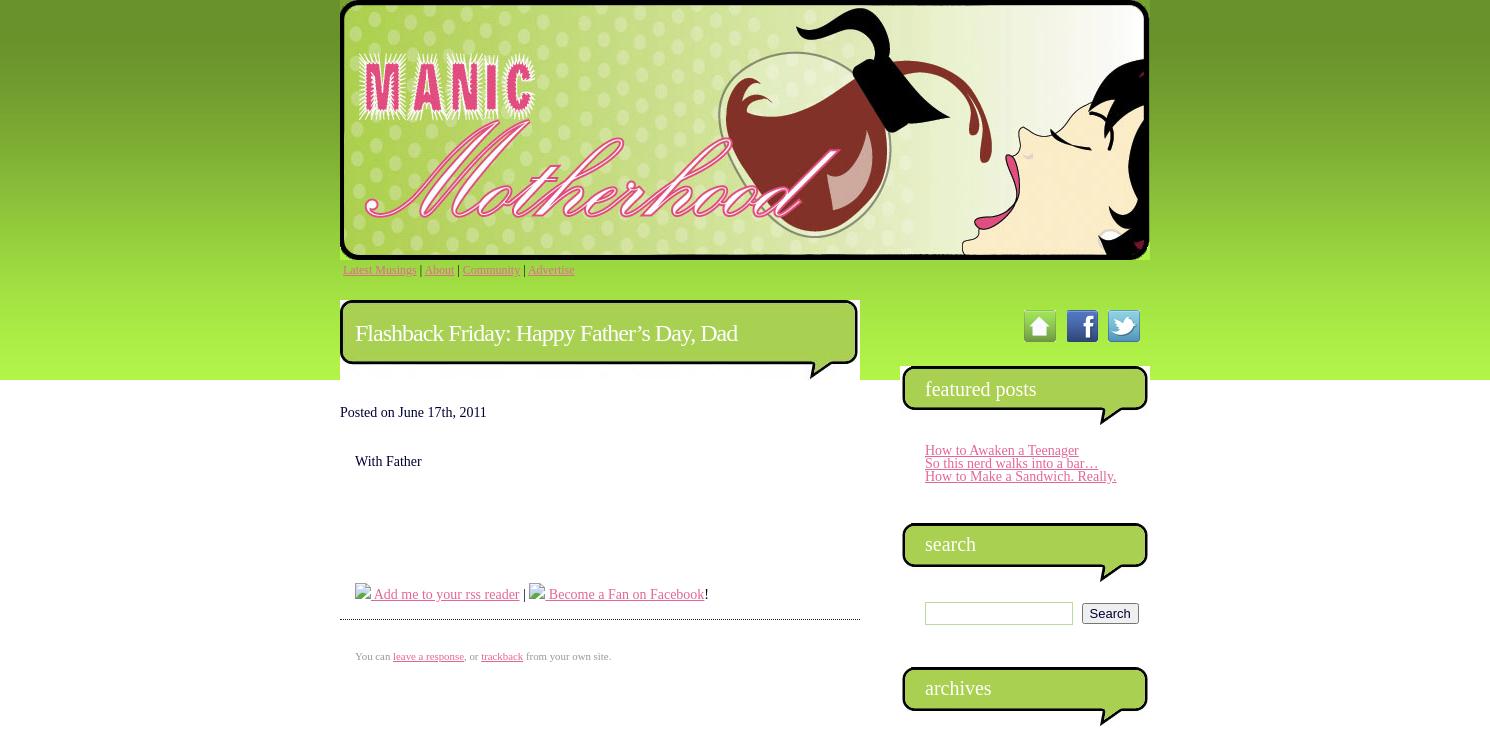 The height and width of the screenshot is (734, 1490). What do you see at coordinates (1019, 476) in the screenshot?
I see `'How to Make a Sandwich. Really.'` at bounding box center [1019, 476].